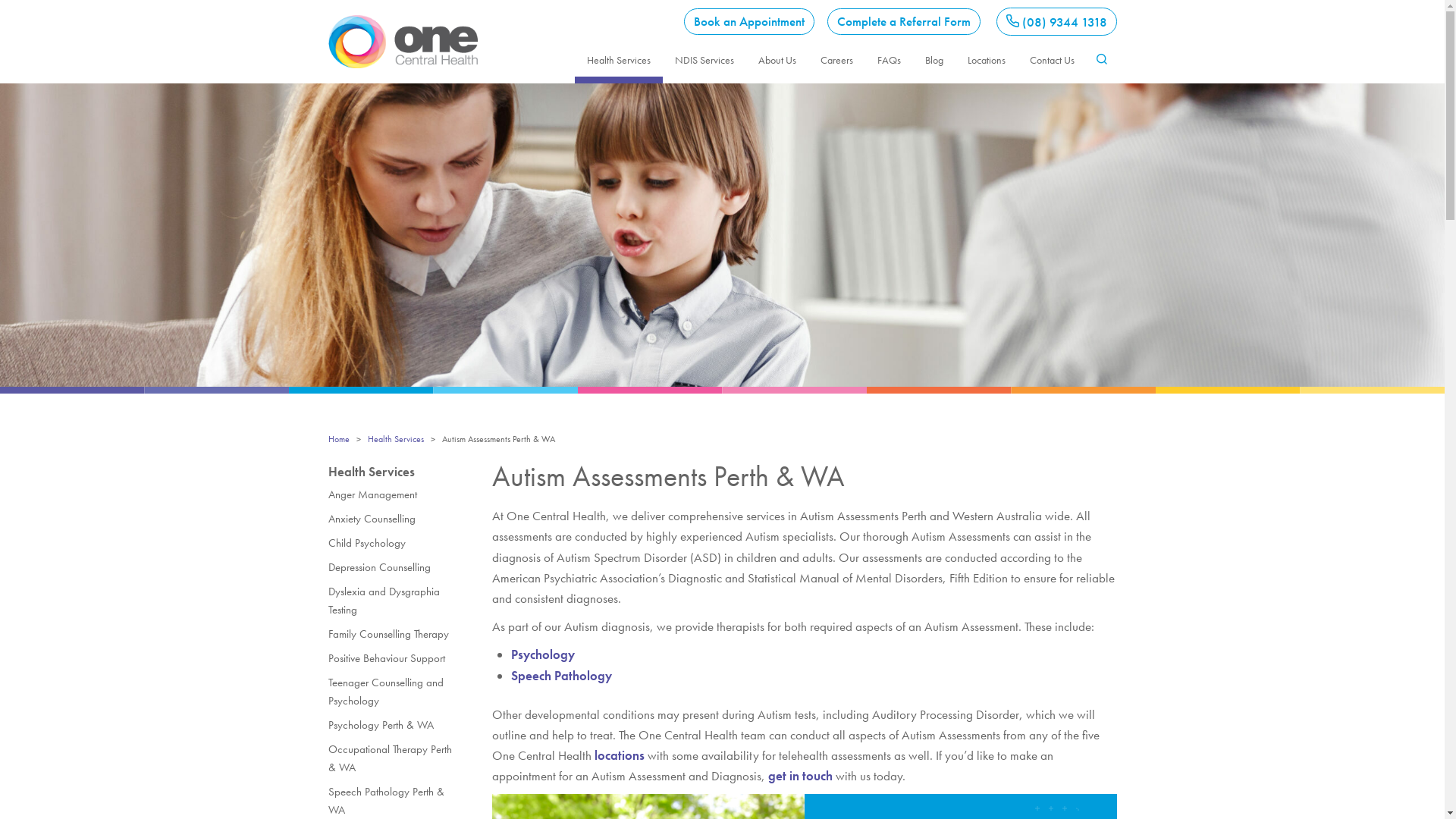 The width and height of the screenshot is (1456, 819). What do you see at coordinates (836, 58) in the screenshot?
I see `'Careers'` at bounding box center [836, 58].